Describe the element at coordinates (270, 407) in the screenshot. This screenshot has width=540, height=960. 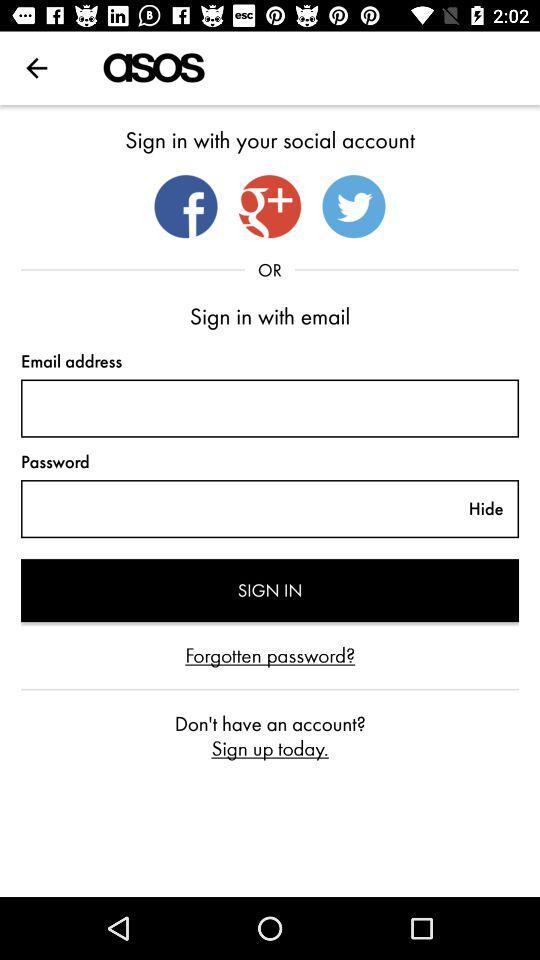
I see `text` at that location.